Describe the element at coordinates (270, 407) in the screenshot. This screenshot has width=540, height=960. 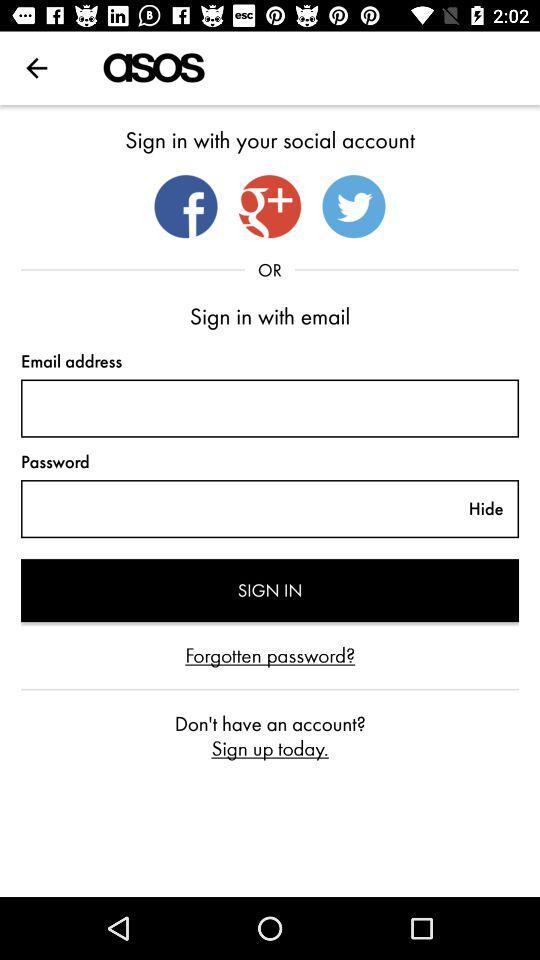
I see `text` at that location.